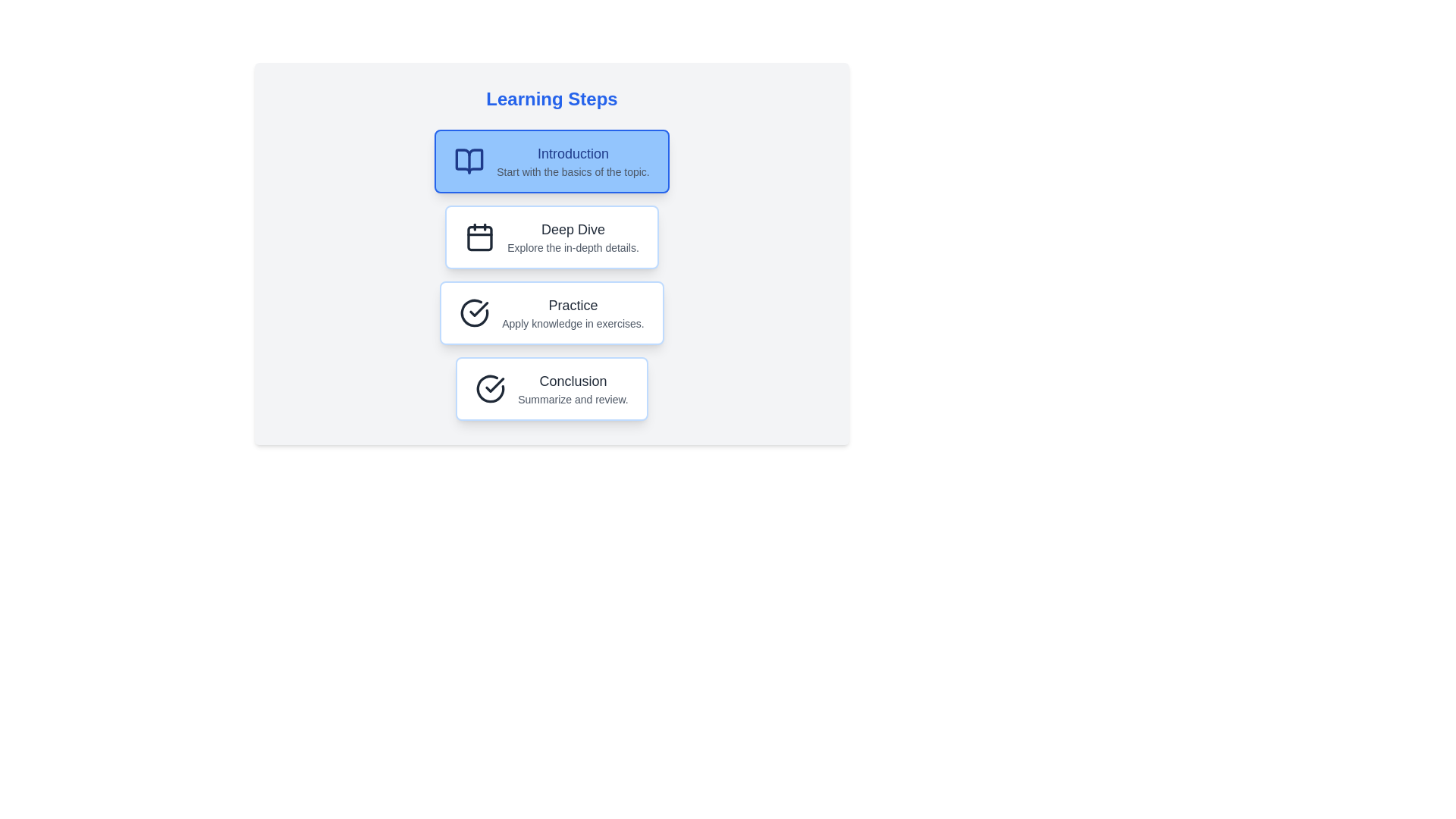 The height and width of the screenshot is (819, 1456). I want to click on the 'Introduction' icon located at the center-left of the highlighted section labeled 'Introduction', positioned above three similar sections, so click(469, 161).